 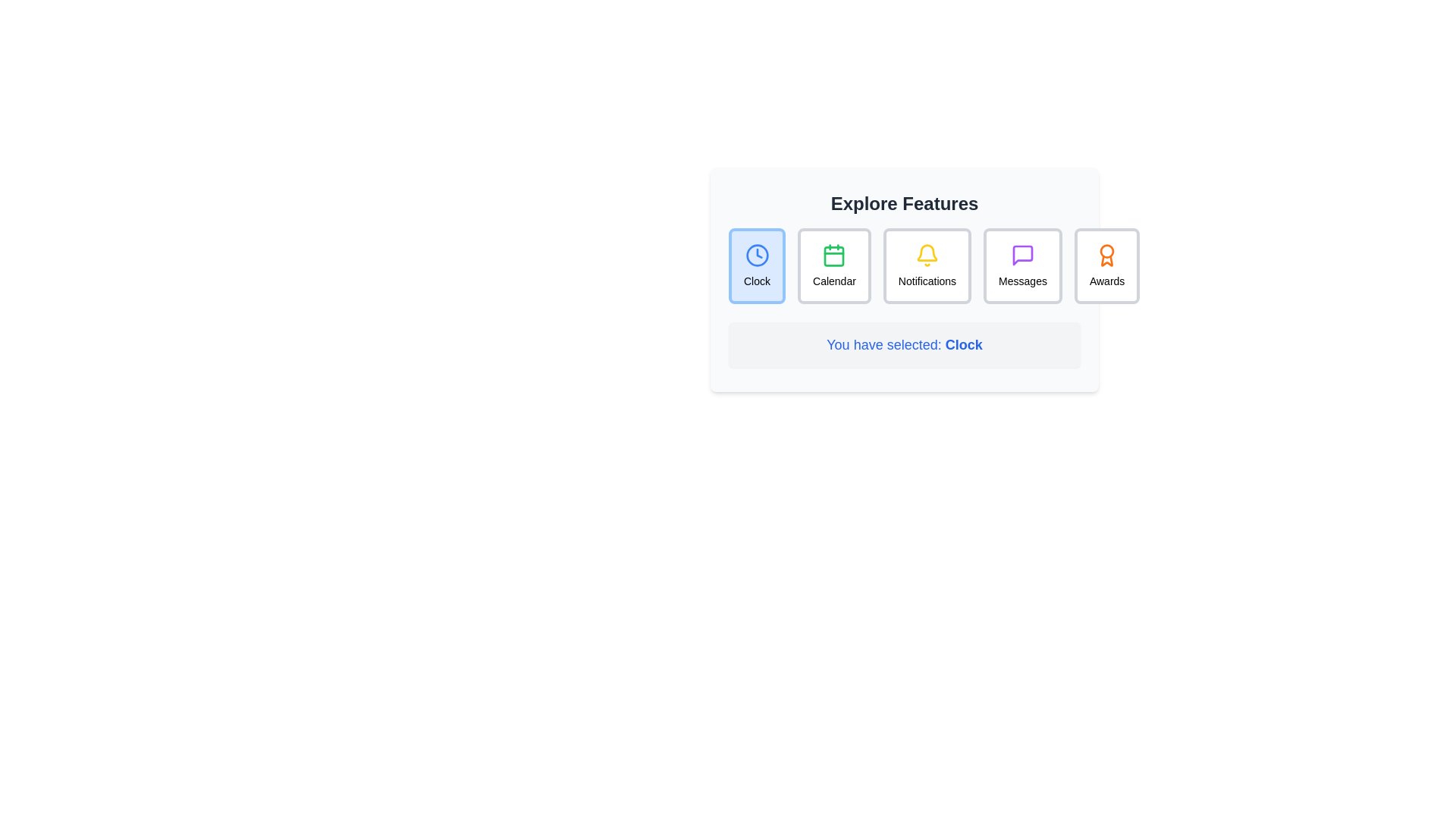 What do you see at coordinates (833, 265) in the screenshot?
I see `the second feature item from the left in the menu, located directly below the 'Explore Features' heading` at bounding box center [833, 265].